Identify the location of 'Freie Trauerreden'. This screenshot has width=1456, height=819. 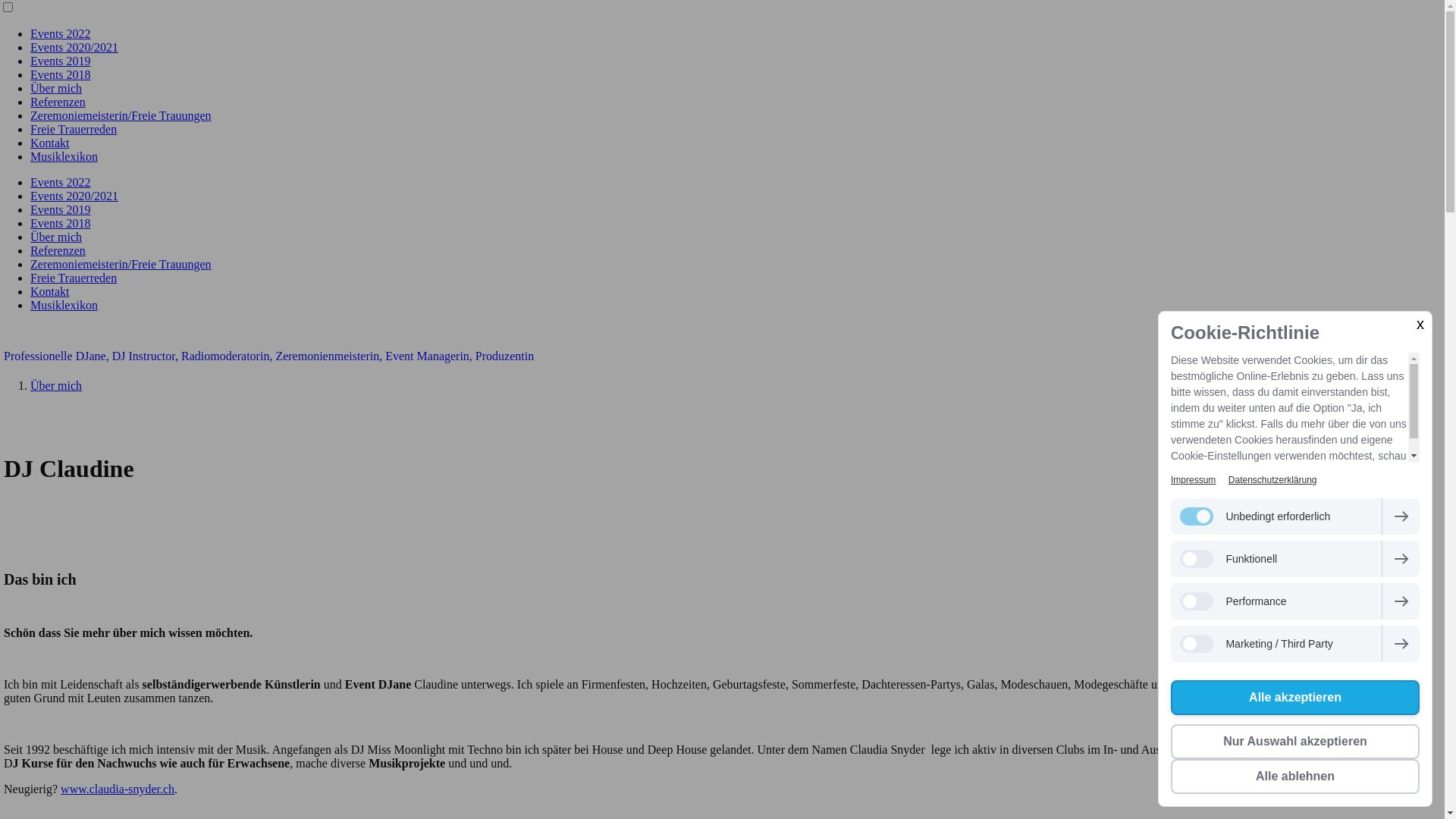
(72, 128).